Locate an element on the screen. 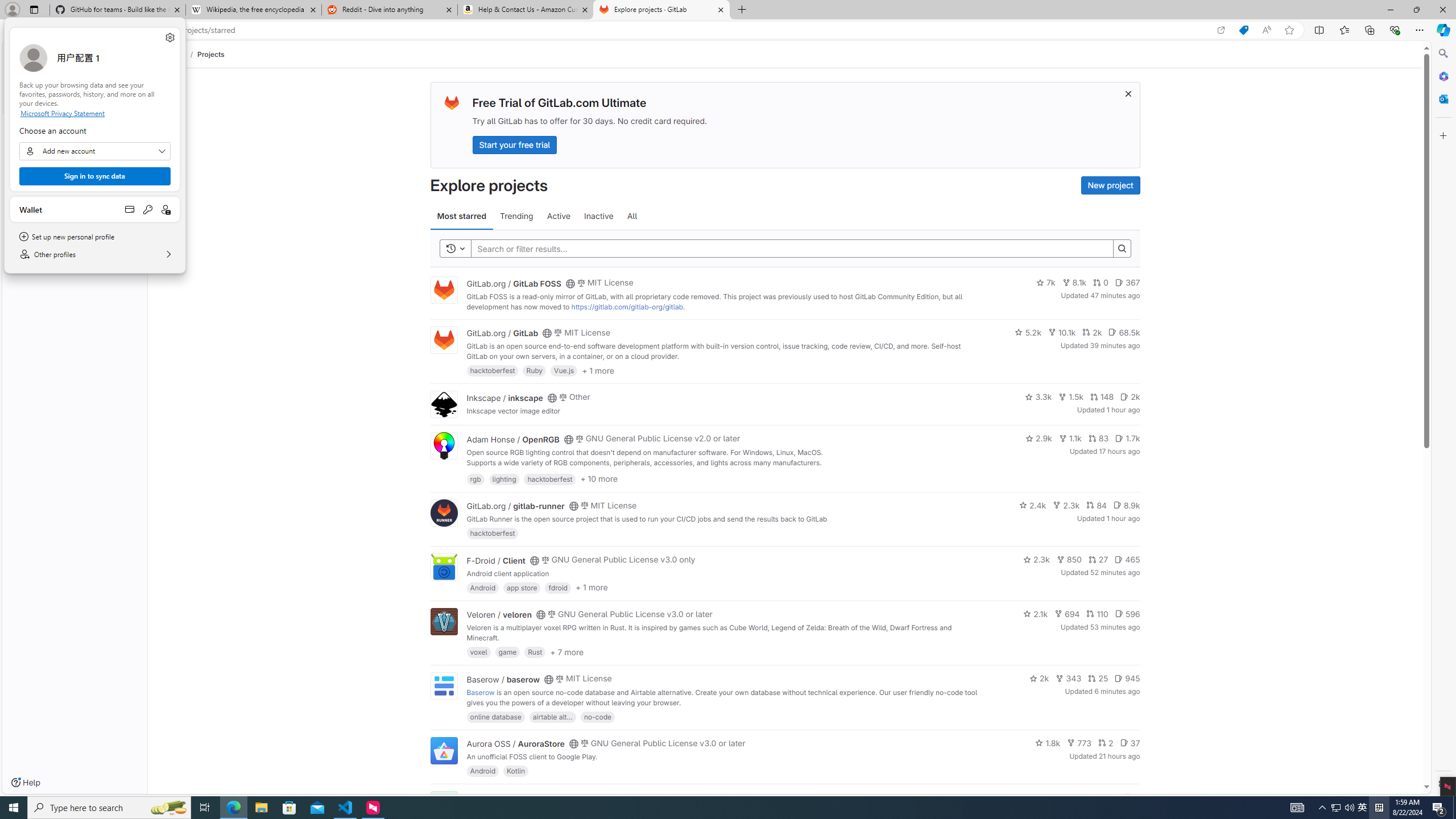 This screenshot has height=819, width=1456. '850' is located at coordinates (1069, 560).